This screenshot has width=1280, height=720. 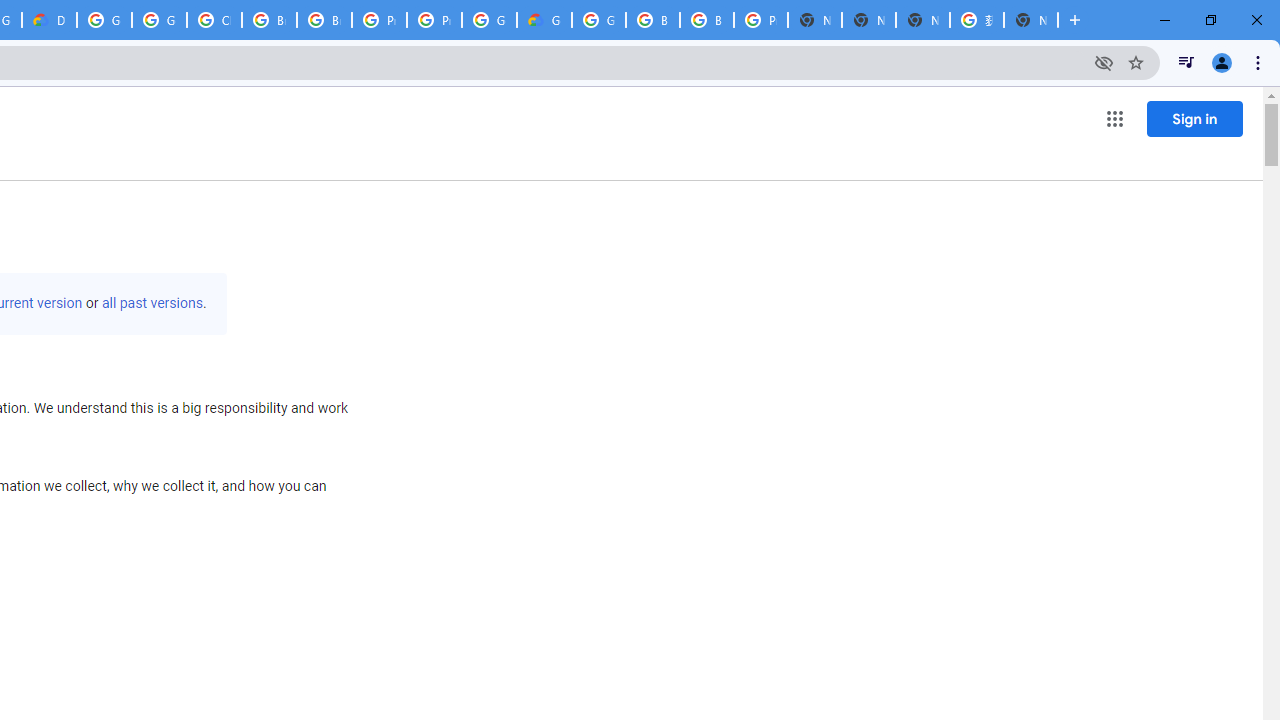 I want to click on 'Google Cloud Estimate Summary', so click(x=544, y=20).